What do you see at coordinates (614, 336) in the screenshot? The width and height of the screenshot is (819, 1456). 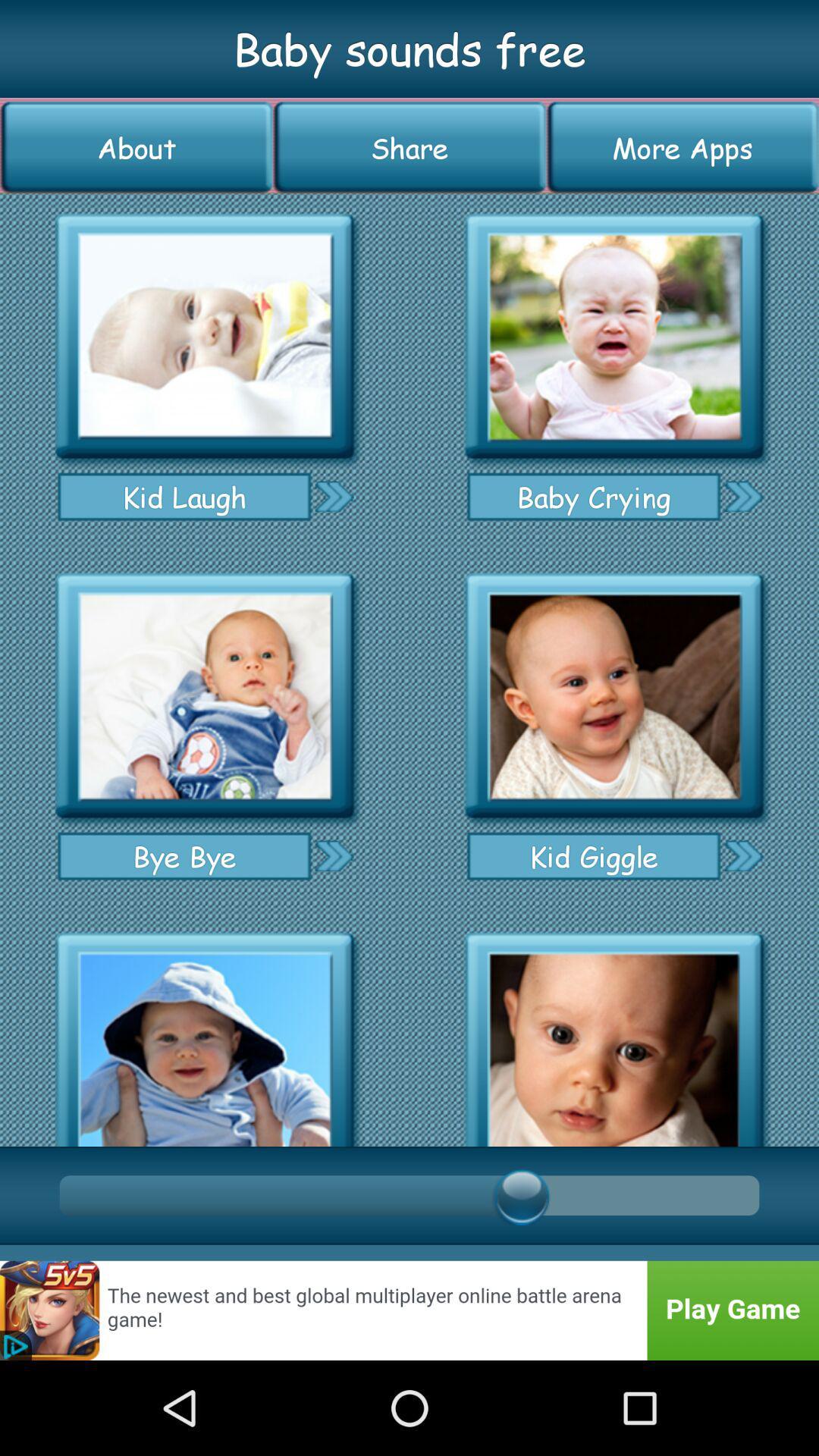 I see `crying baby sound` at bounding box center [614, 336].